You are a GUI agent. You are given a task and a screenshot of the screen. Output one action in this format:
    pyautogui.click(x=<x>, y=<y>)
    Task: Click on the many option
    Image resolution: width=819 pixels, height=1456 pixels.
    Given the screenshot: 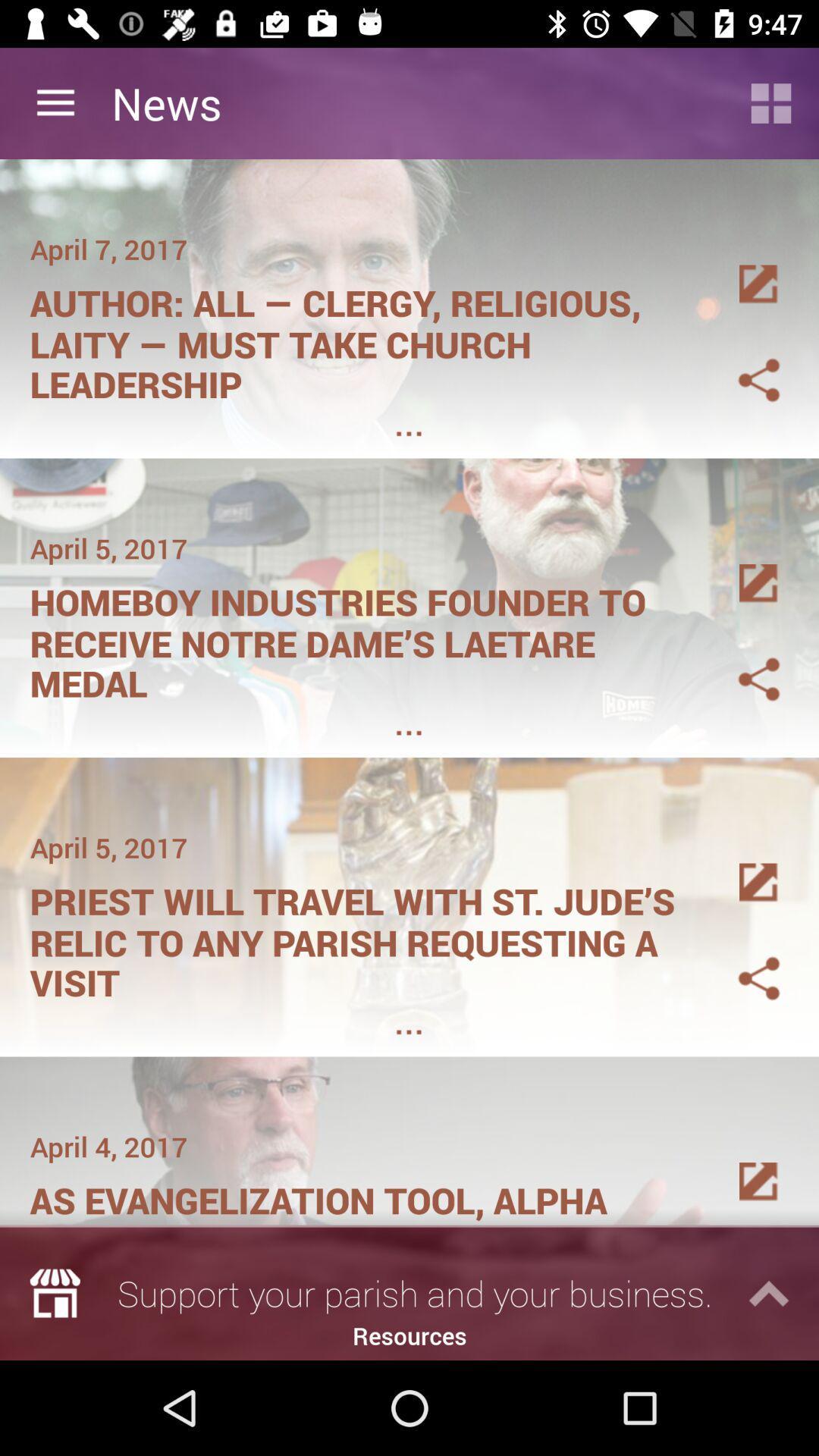 What is the action you would take?
    pyautogui.click(x=740, y=266)
    